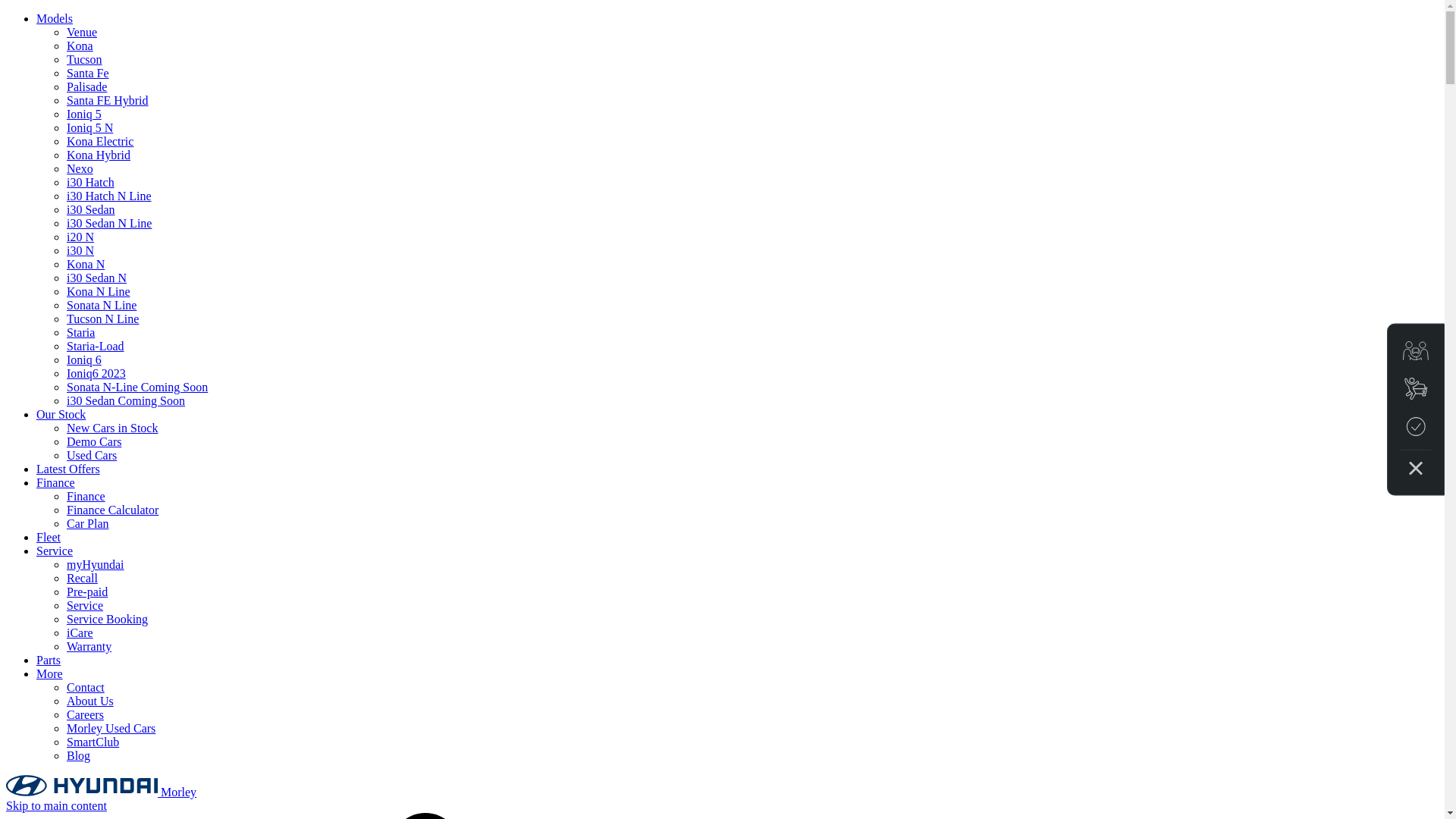 This screenshot has height=819, width=1456. Describe the element at coordinates (84, 714) in the screenshot. I see `'Careers'` at that location.